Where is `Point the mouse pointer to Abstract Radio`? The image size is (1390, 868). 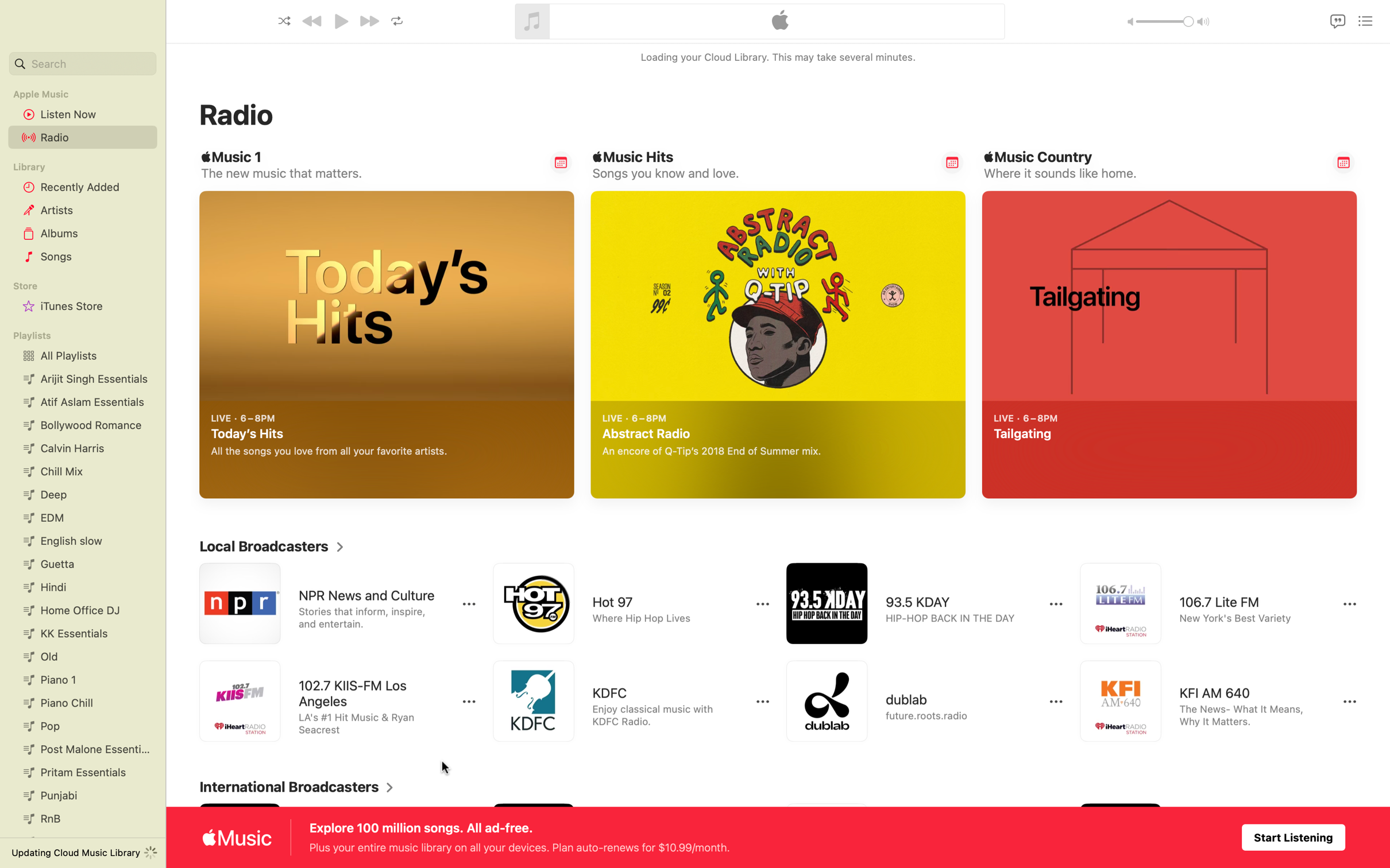
Point the mouse pointer to Abstract Radio is located at coordinates (2612505, 722176).